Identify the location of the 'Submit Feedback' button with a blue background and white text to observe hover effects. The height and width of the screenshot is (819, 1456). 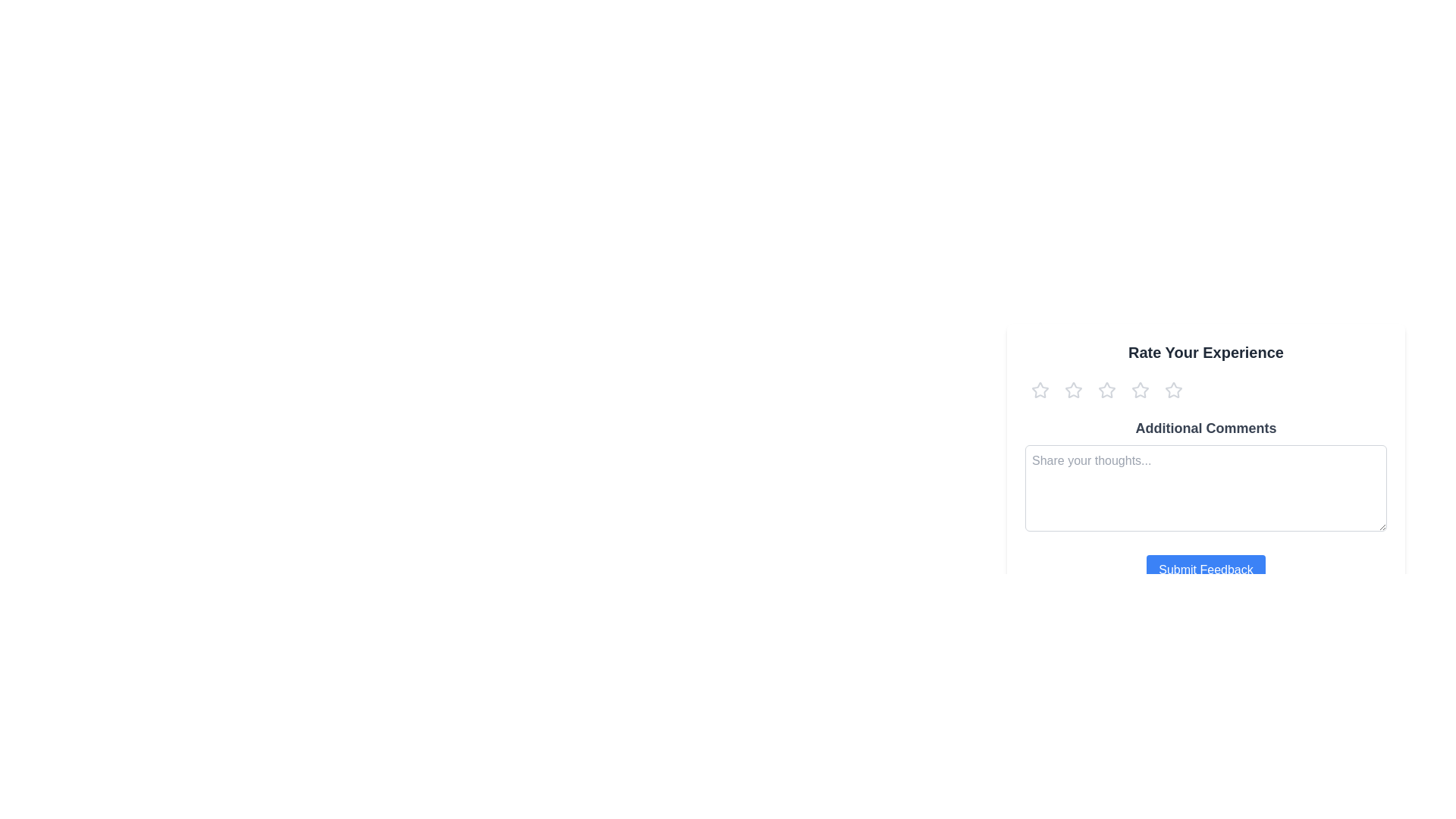
(1205, 570).